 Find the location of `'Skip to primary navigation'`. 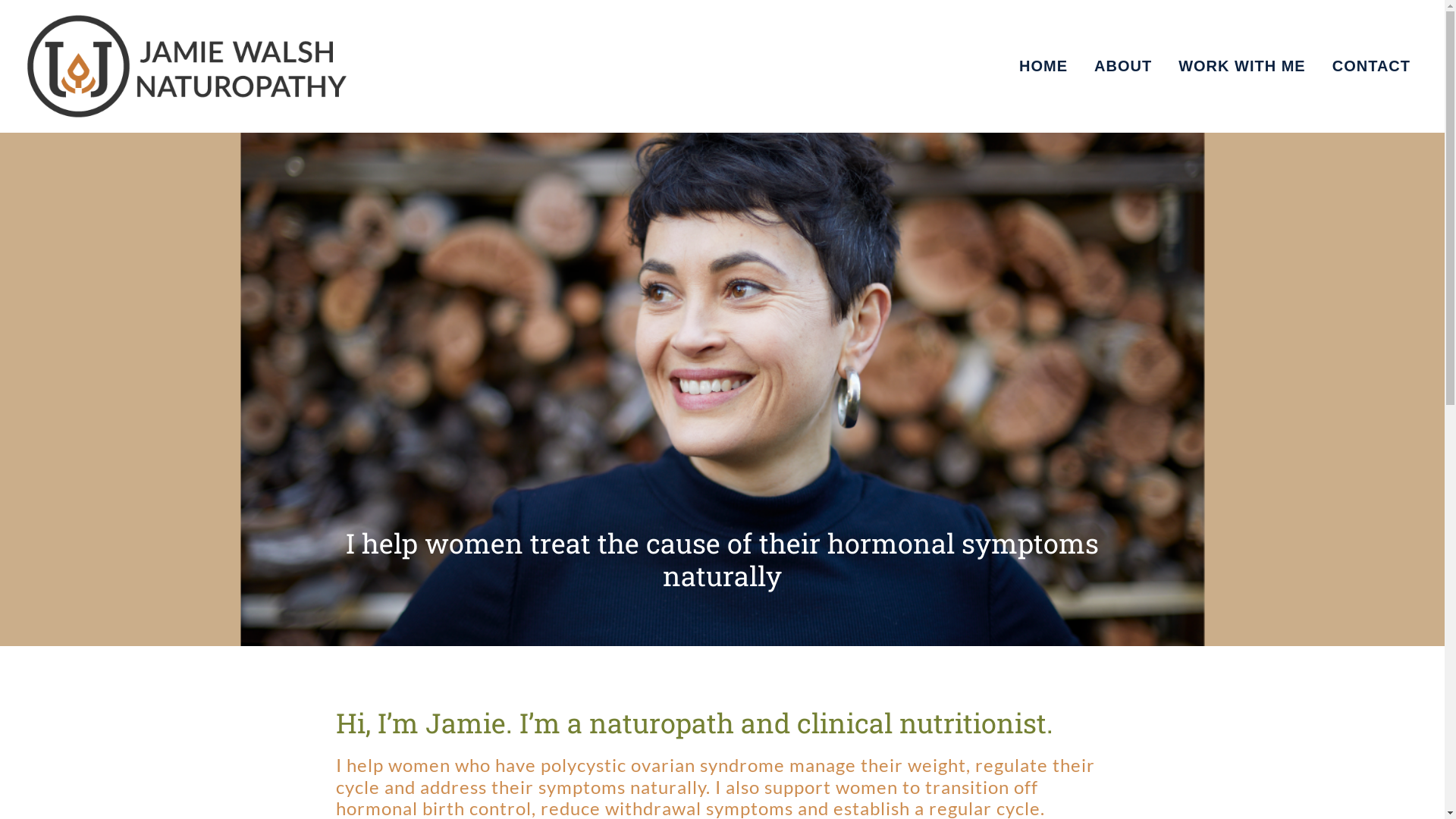

'Skip to primary navigation' is located at coordinates (0, 0).